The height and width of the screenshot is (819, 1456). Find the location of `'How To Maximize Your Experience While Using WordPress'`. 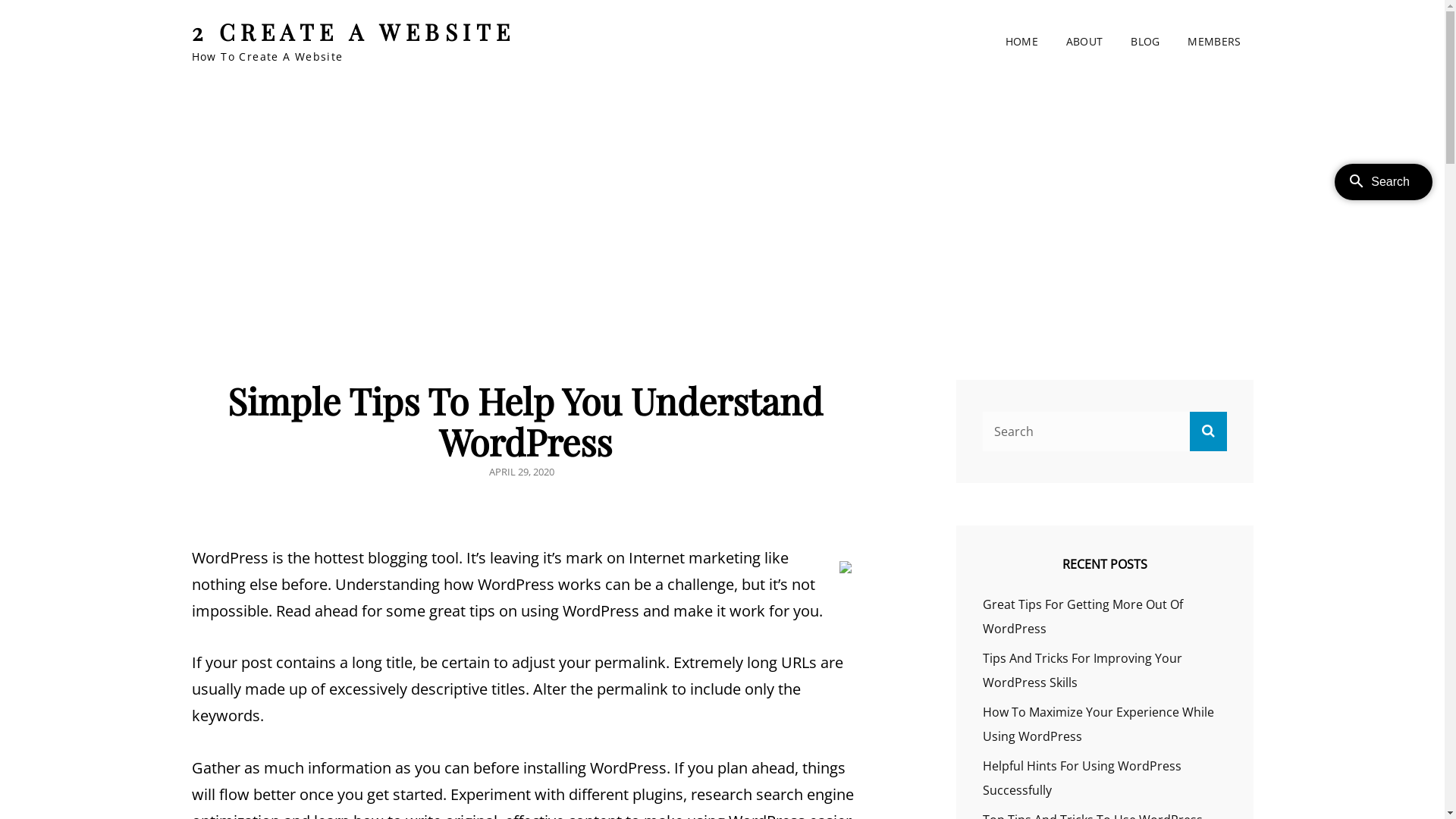

'How To Maximize Your Experience While Using WordPress' is located at coordinates (1098, 723).